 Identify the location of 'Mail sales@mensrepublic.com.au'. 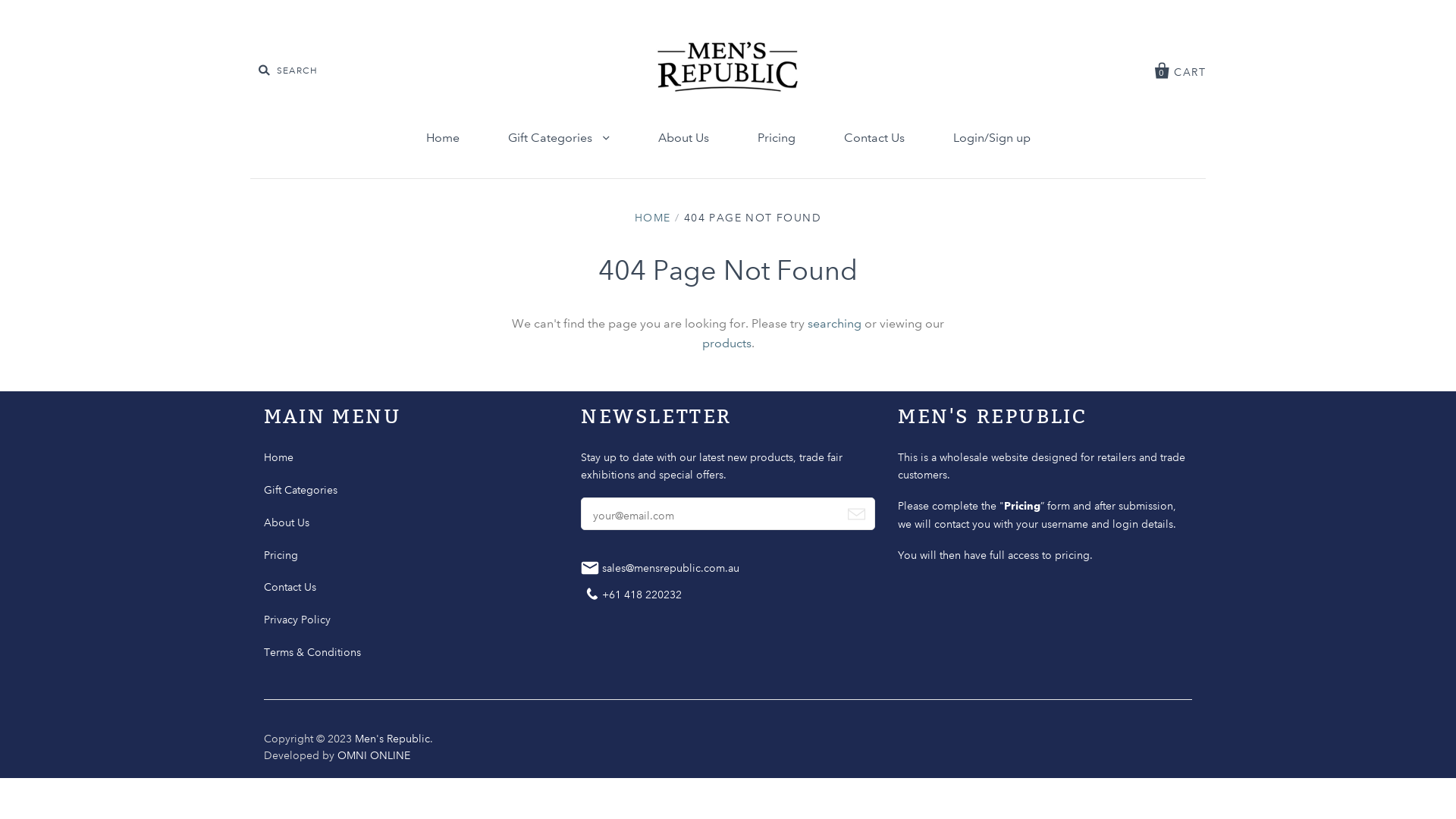
(580, 570).